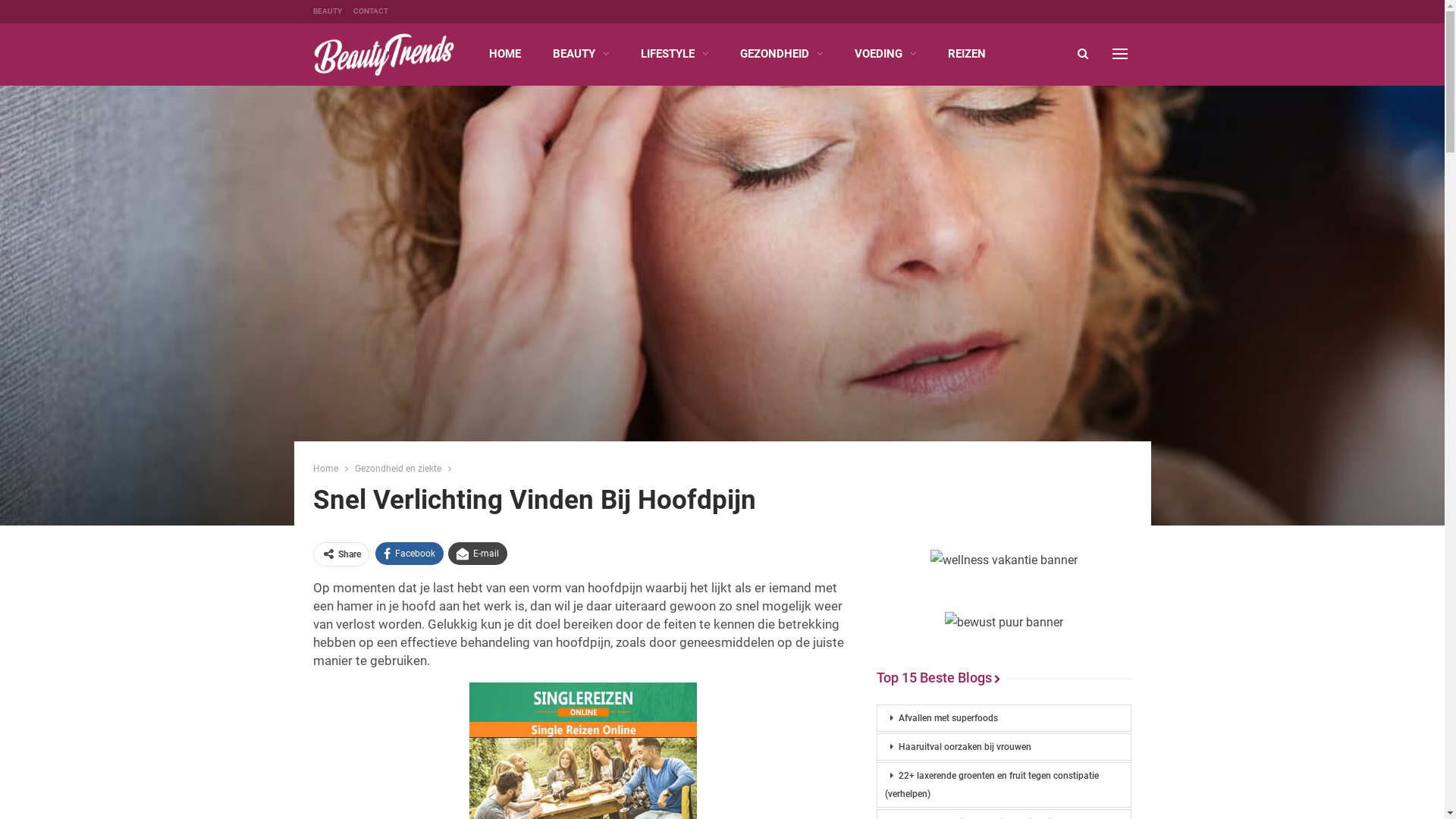  I want to click on 'LIFESTYLE', so click(628, 52).